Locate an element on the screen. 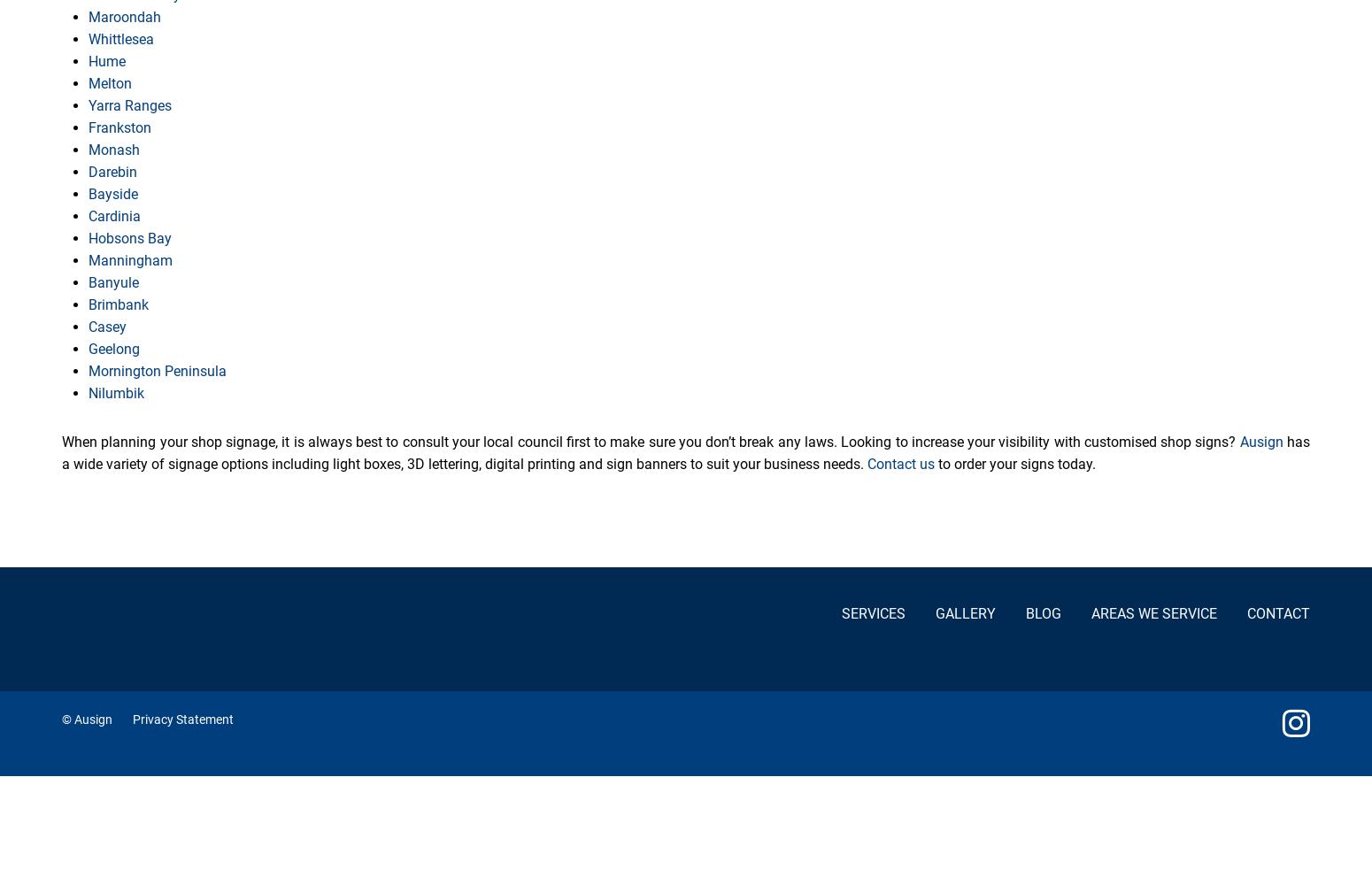 The height and width of the screenshot is (885, 1372). 'Blog' is located at coordinates (1043, 612).